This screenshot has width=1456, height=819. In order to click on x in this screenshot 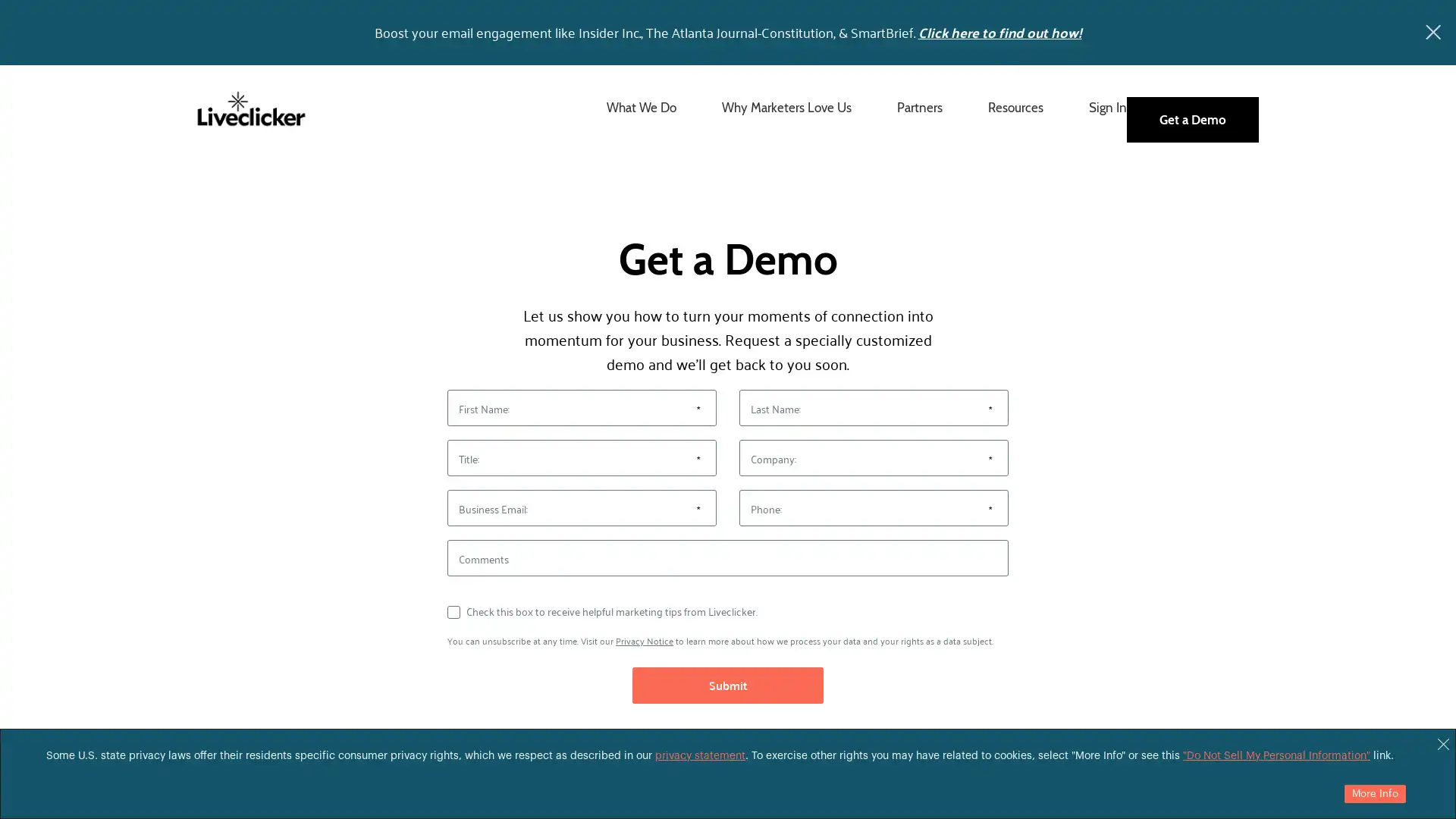, I will do `click(1432, 32)`.